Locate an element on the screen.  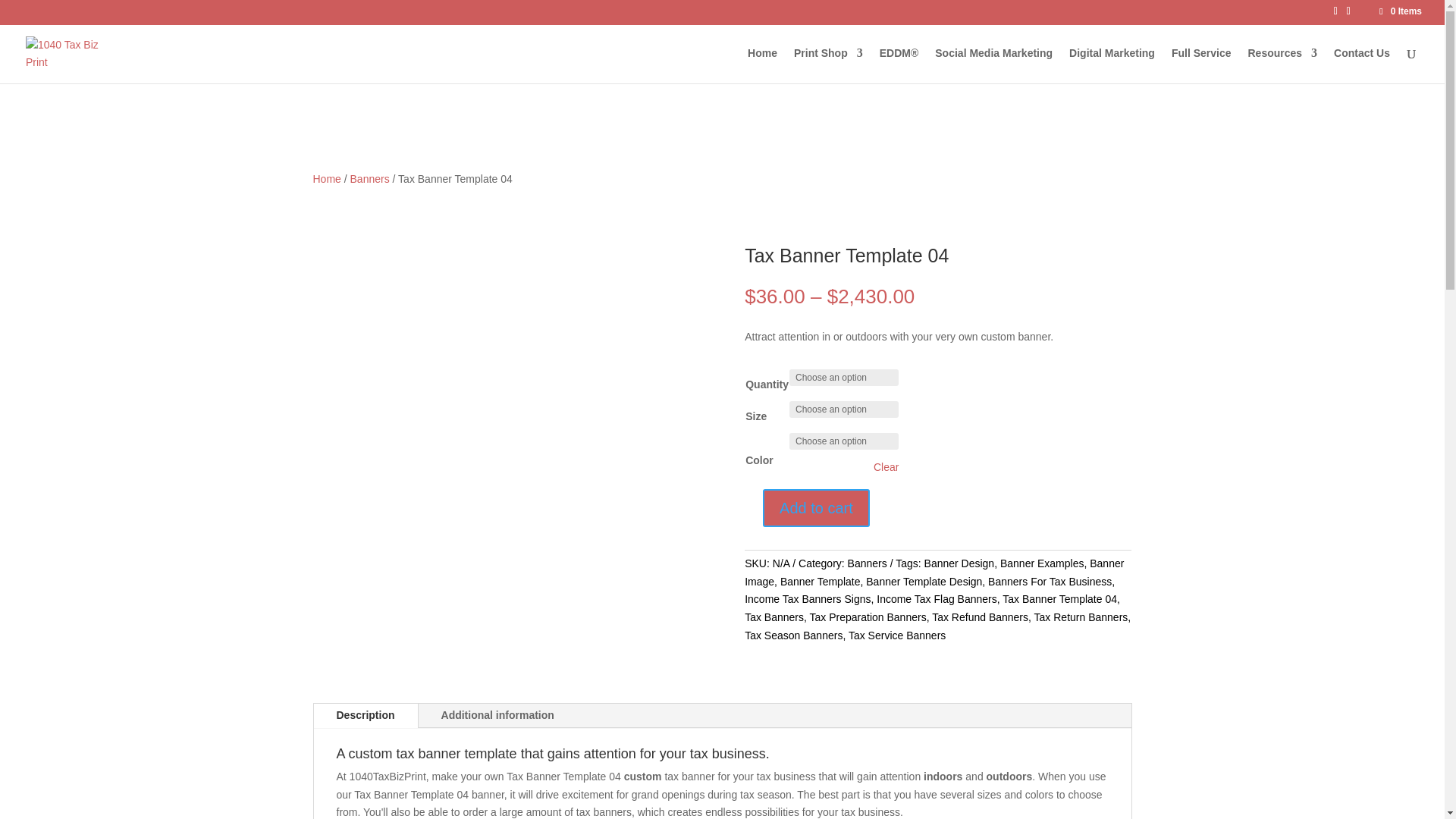
'Contact Us' is located at coordinates (1332, 64).